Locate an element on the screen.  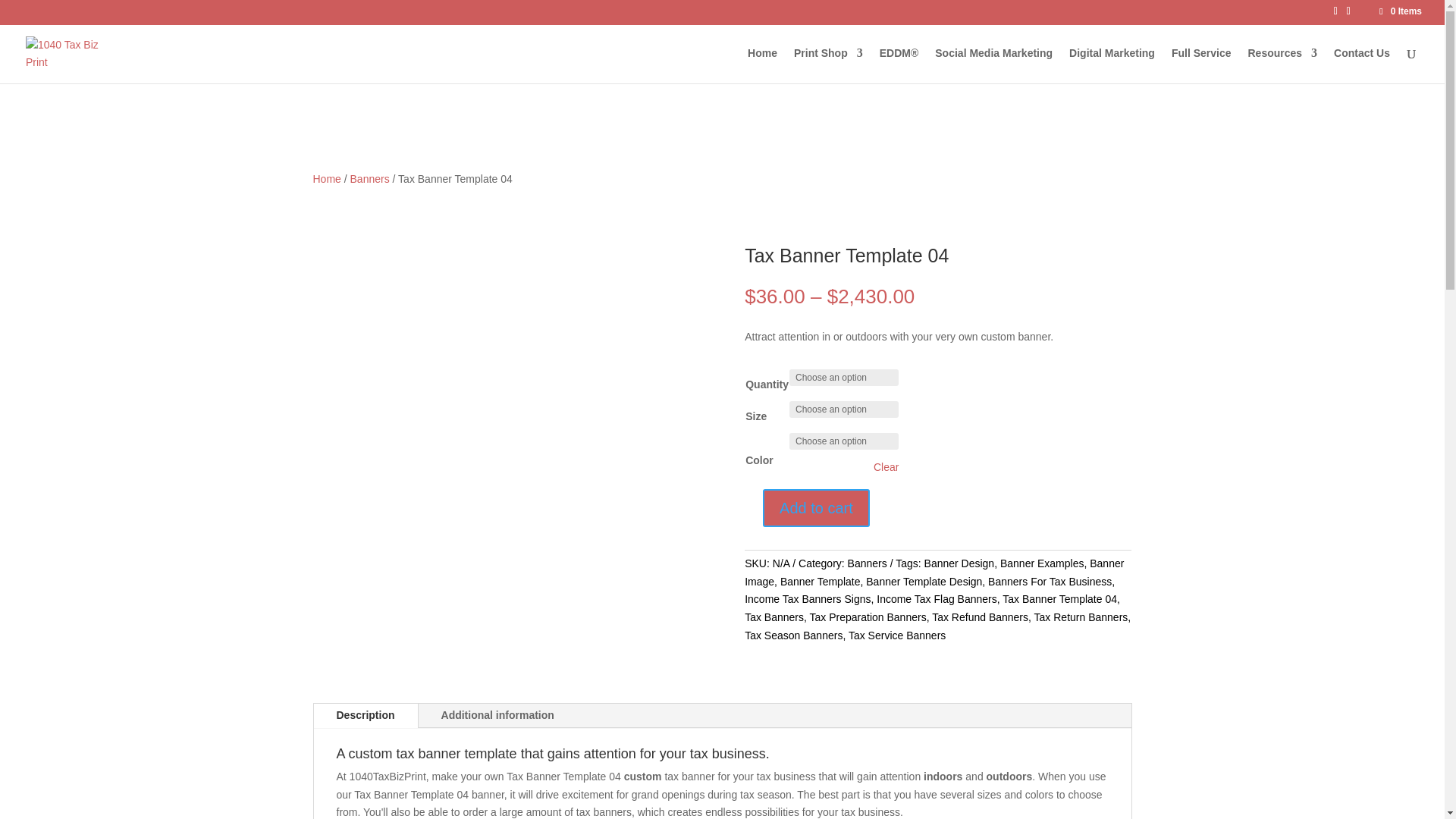
'Contact Us' is located at coordinates (1332, 64).